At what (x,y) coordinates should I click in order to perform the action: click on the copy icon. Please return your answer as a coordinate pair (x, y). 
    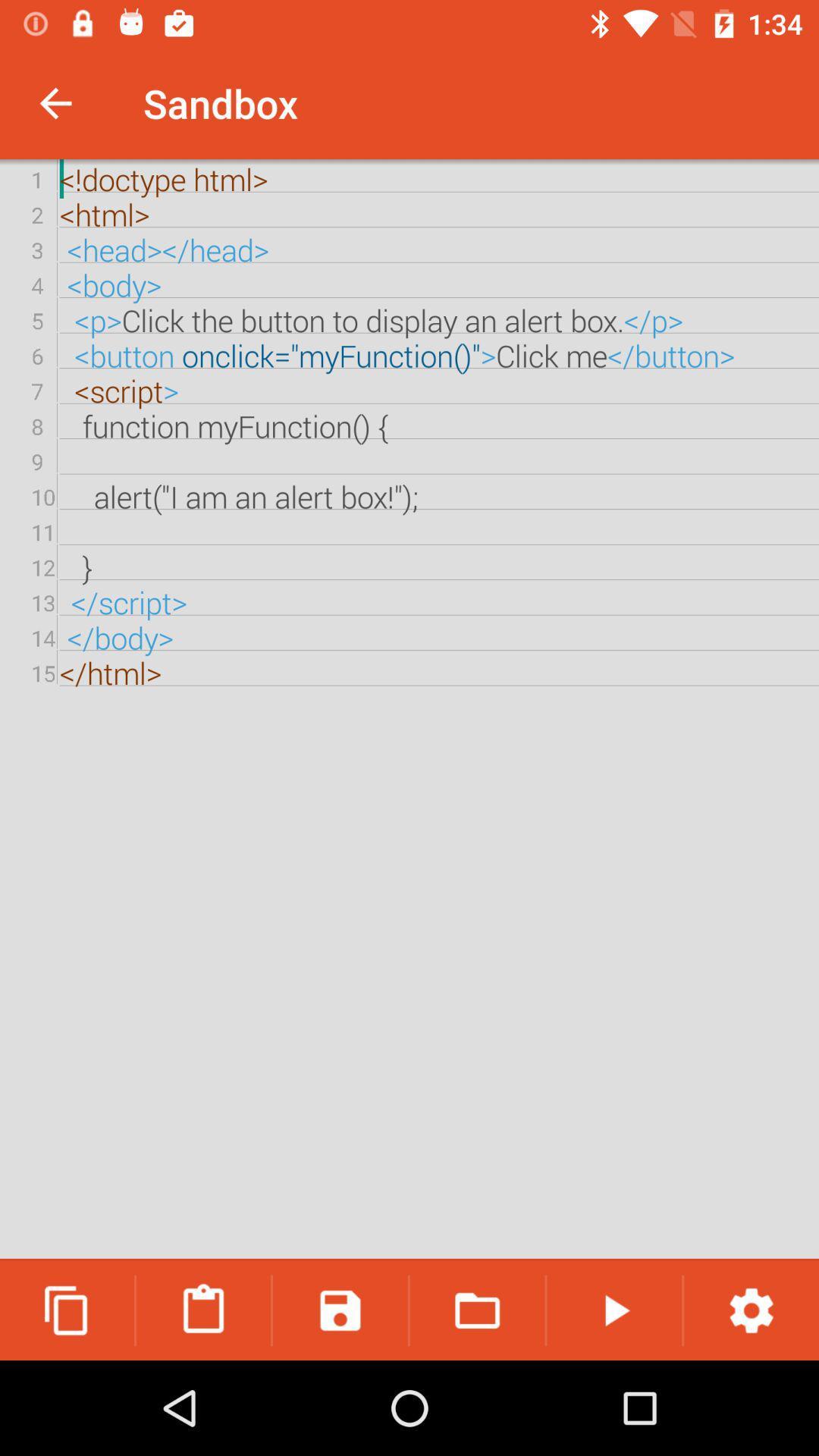
    Looking at the image, I should click on (66, 1310).